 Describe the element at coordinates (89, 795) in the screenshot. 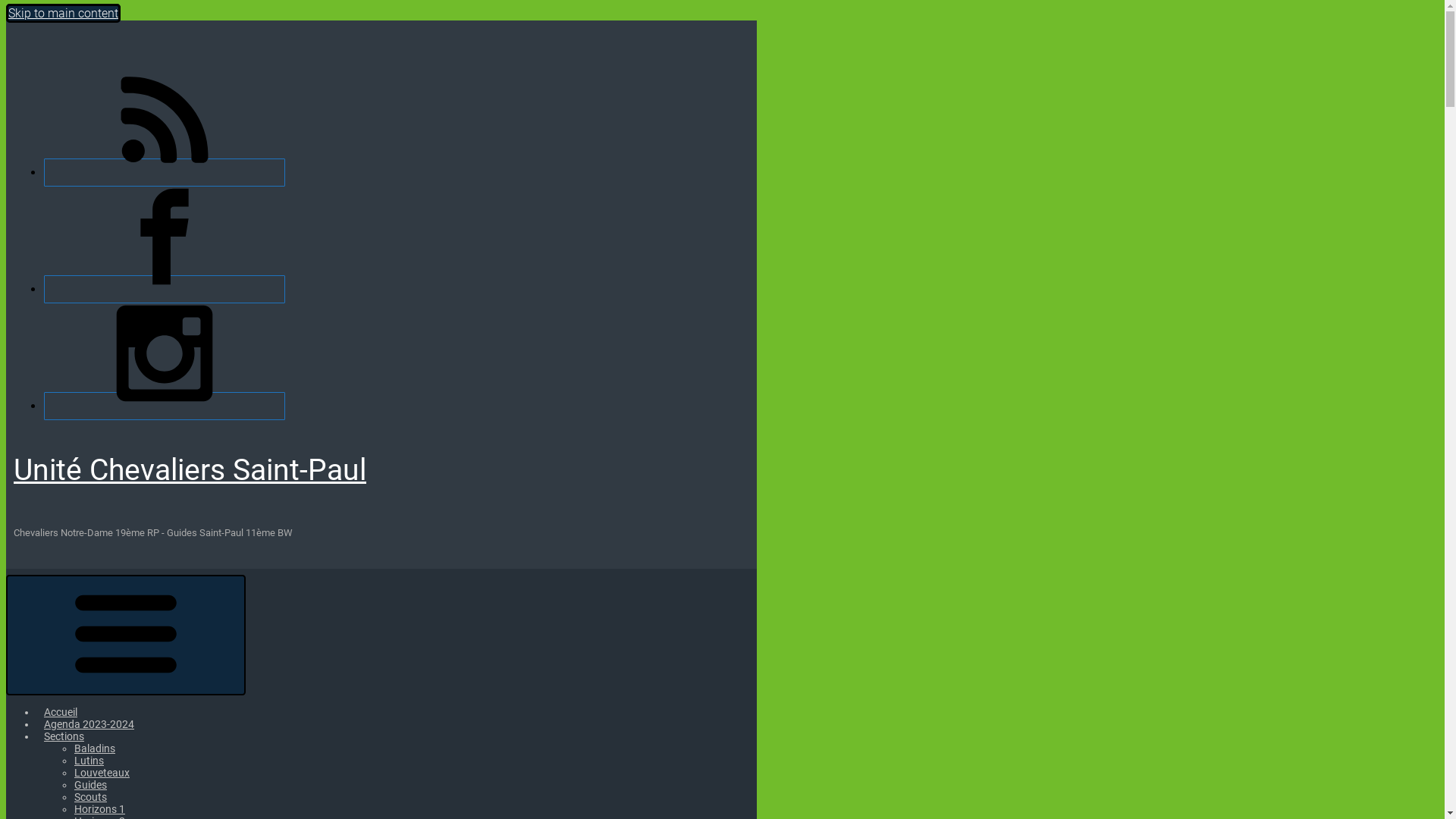

I see `'Scouts'` at that location.